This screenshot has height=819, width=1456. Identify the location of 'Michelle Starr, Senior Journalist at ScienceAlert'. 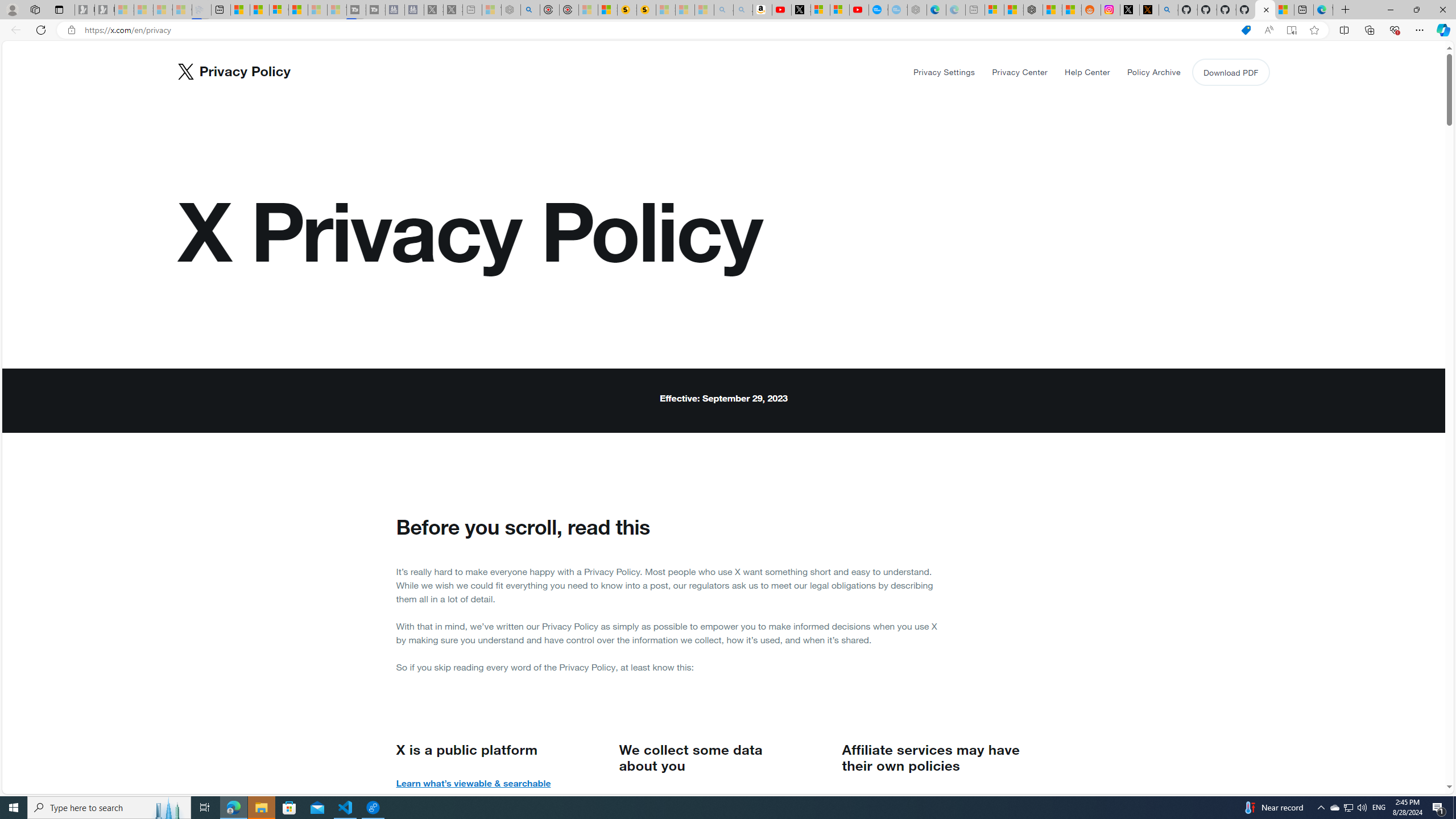
(646, 9).